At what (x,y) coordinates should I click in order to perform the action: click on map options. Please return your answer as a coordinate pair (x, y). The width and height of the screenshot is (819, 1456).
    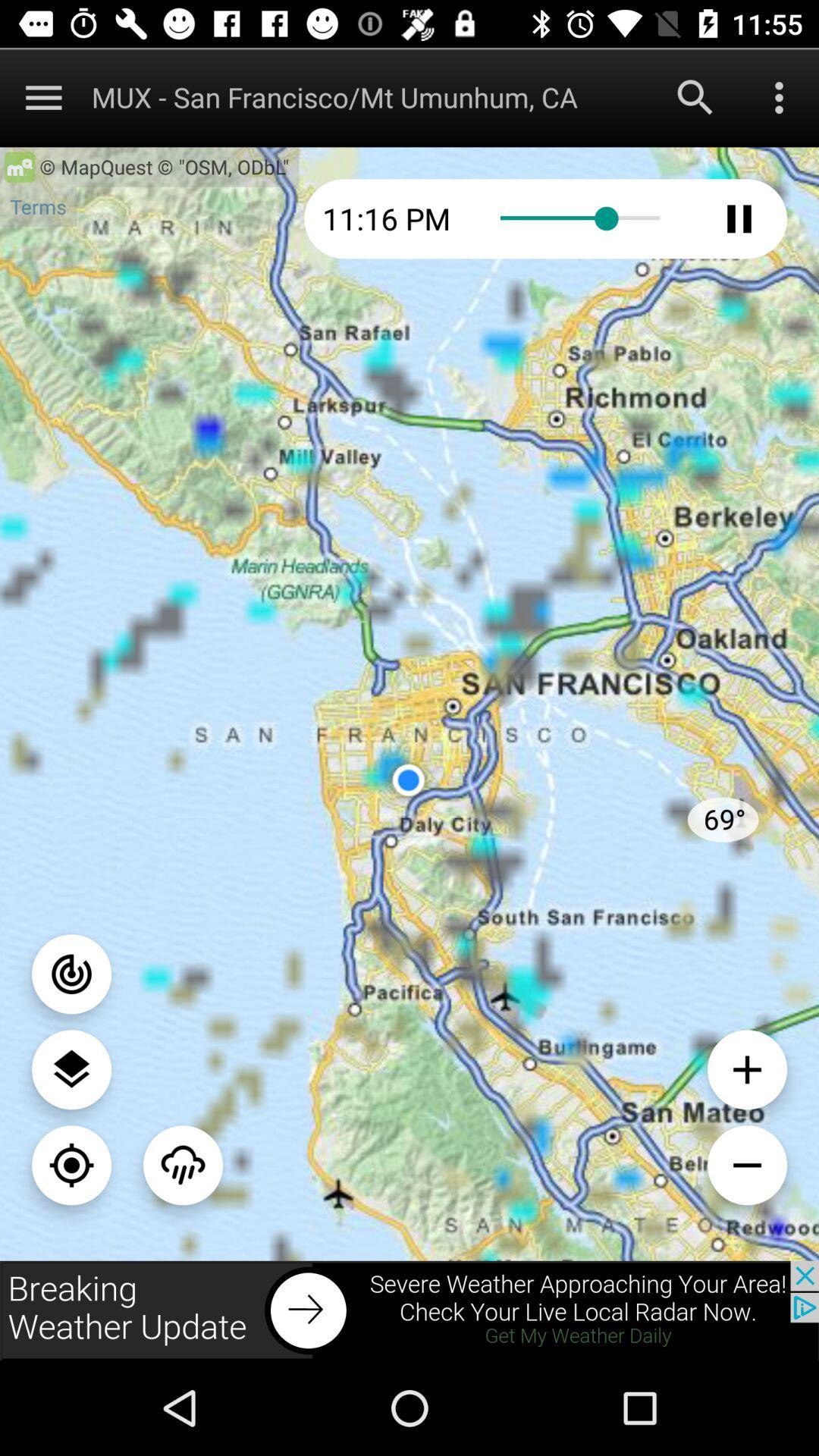
    Looking at the image, I should click on (42, 96).